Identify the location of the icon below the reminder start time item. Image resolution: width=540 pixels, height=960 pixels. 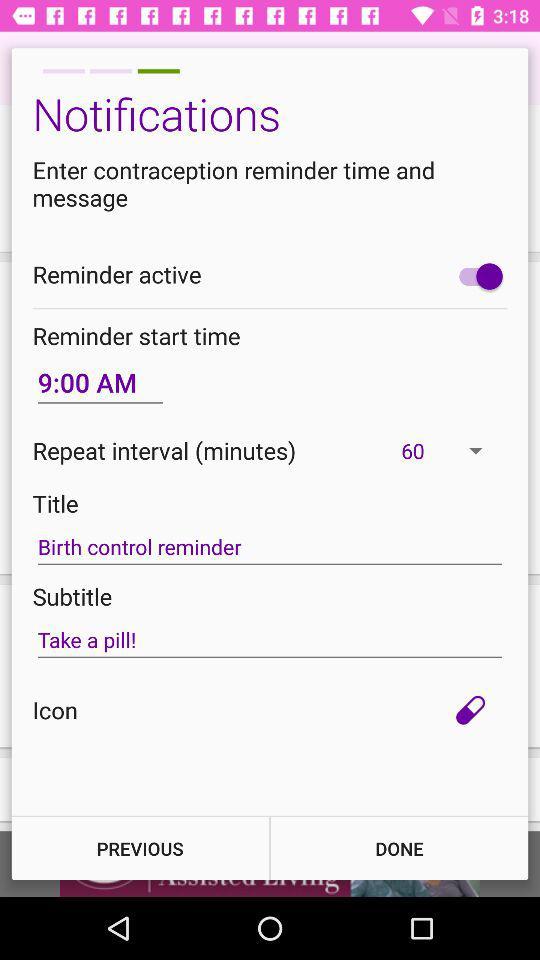
(99, 381).